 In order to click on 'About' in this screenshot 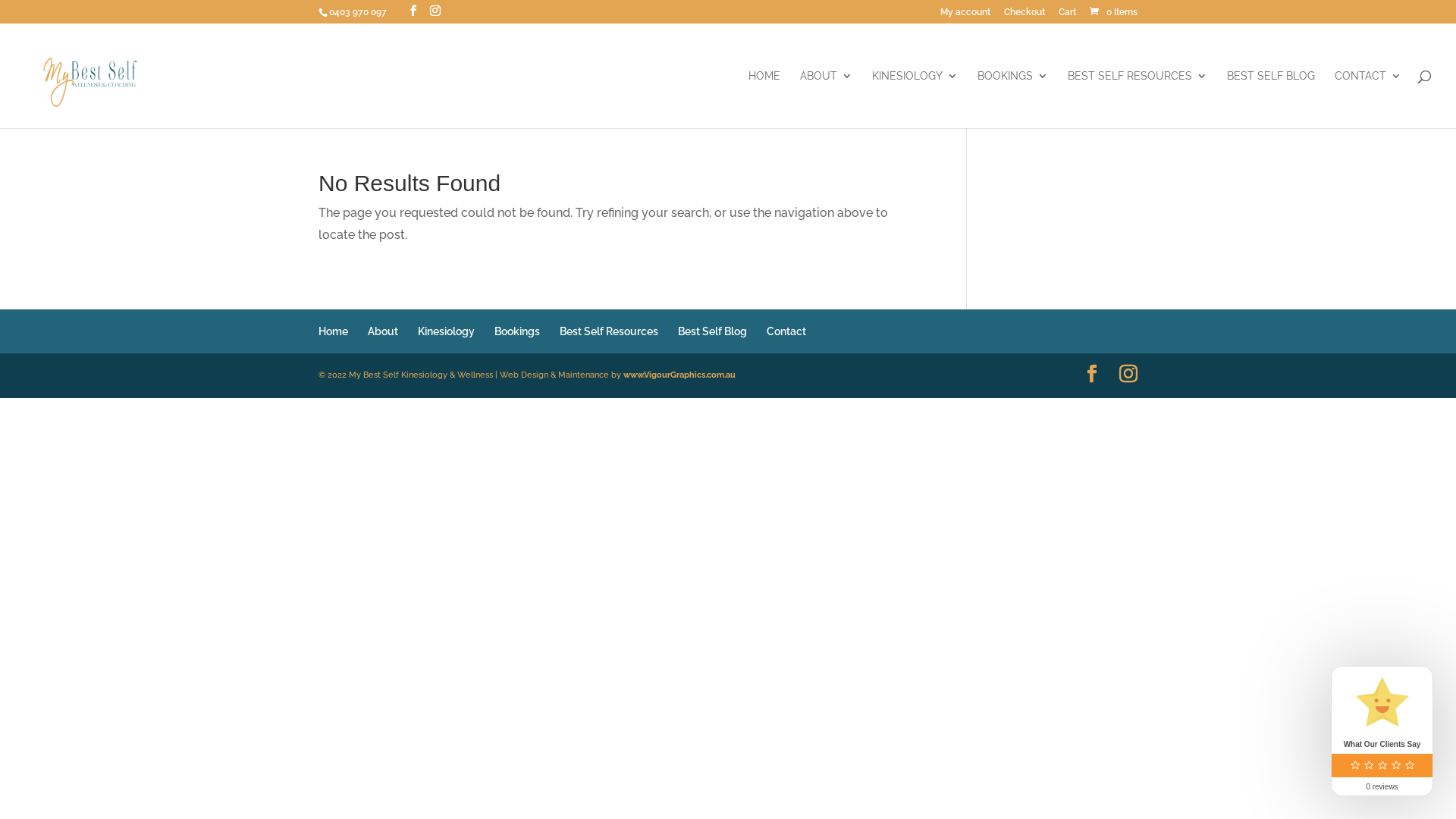, I will do `click(367, 330)`.